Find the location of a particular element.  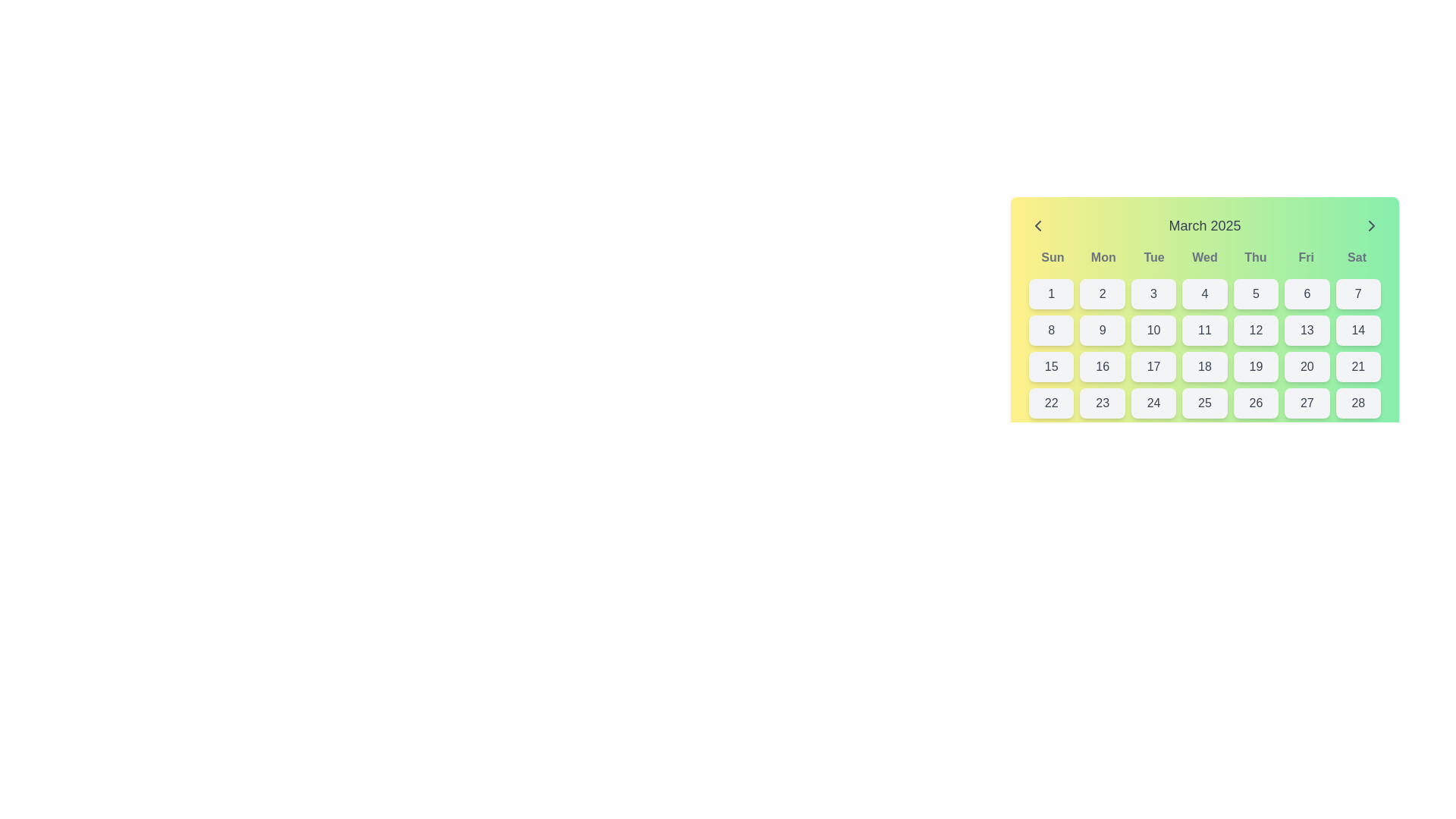

the text element that displays the current month and year, located at the top of the calendar interface between two arrow icons is located at coordinates (1203, 225).